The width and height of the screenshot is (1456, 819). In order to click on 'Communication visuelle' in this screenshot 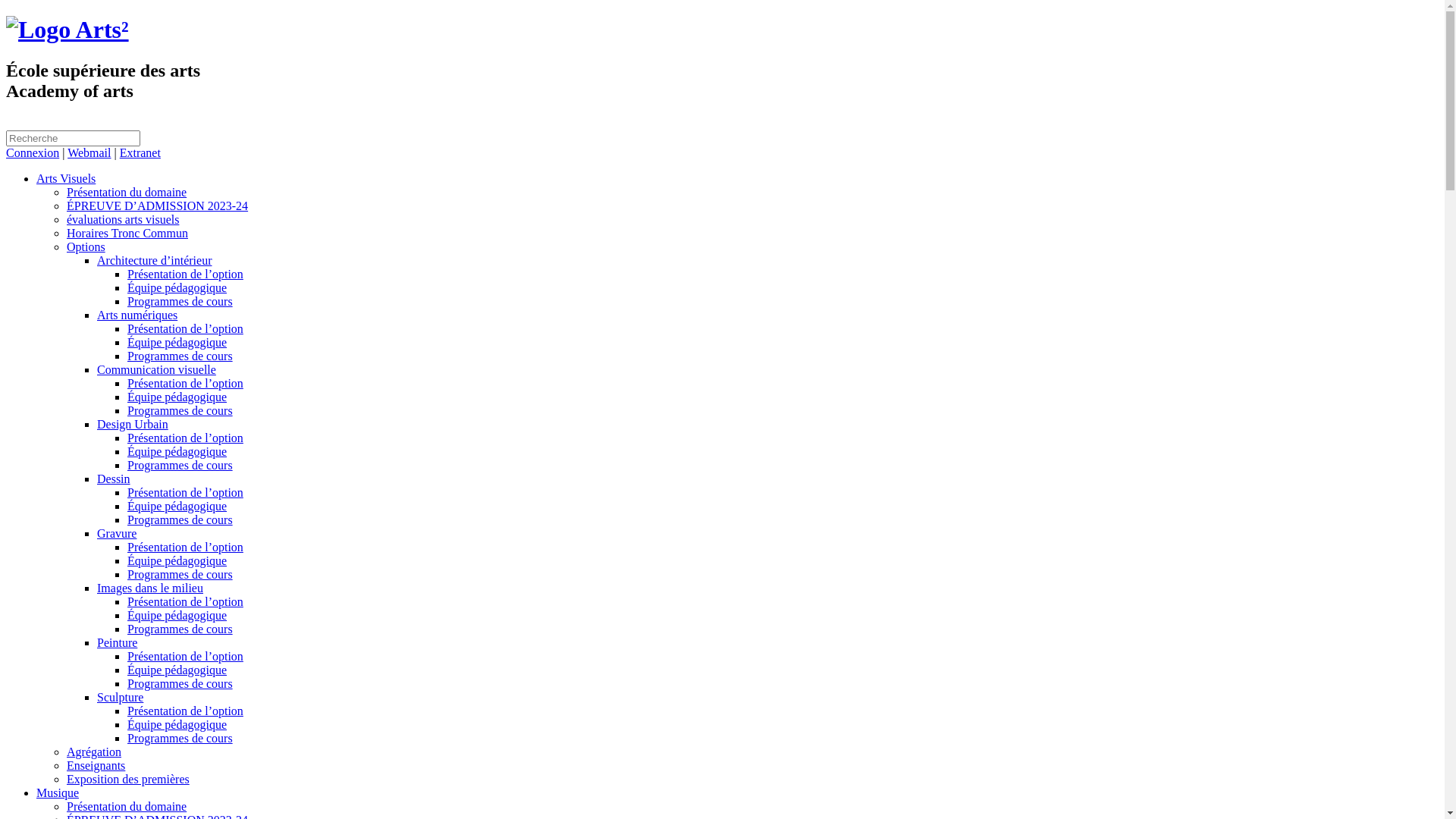, I will do `click(156, 369)`.